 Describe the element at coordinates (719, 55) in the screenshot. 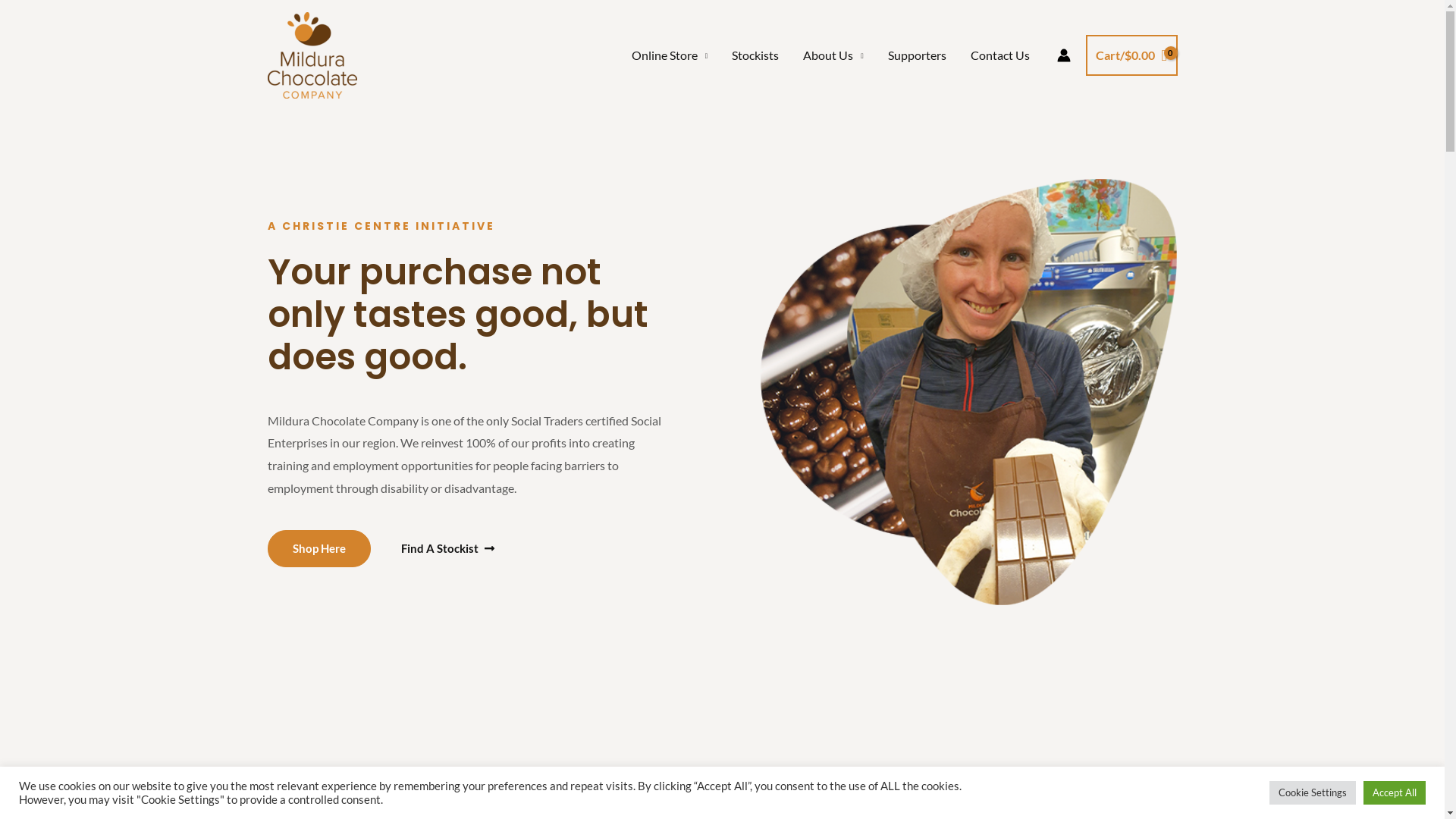

I see `'Stockists'` at that location.